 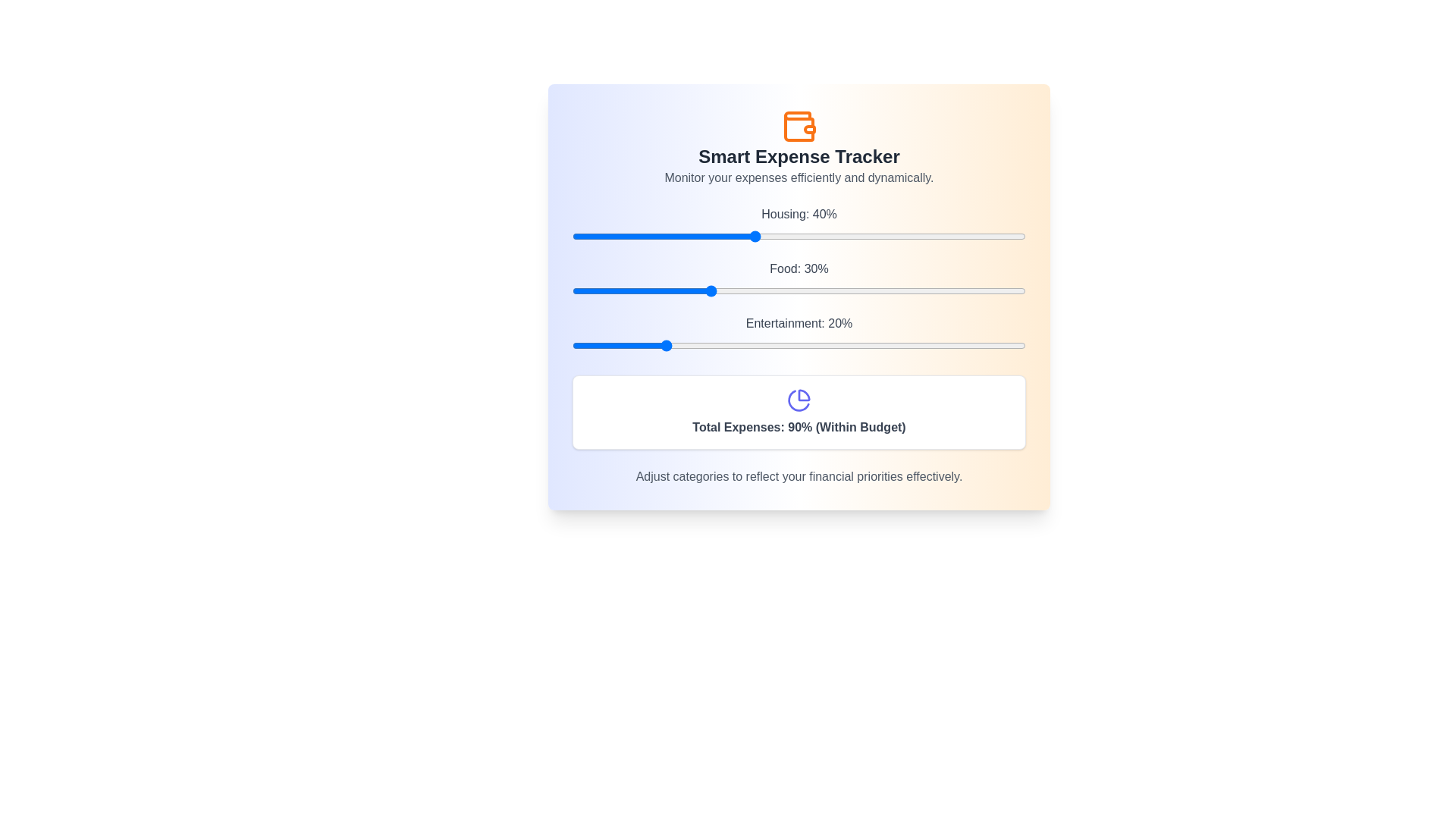 What do you see at coordinates (731, 345) in the screenshot?
I see `the Entertainment slider to 35%` at bounding box center [731, 345].